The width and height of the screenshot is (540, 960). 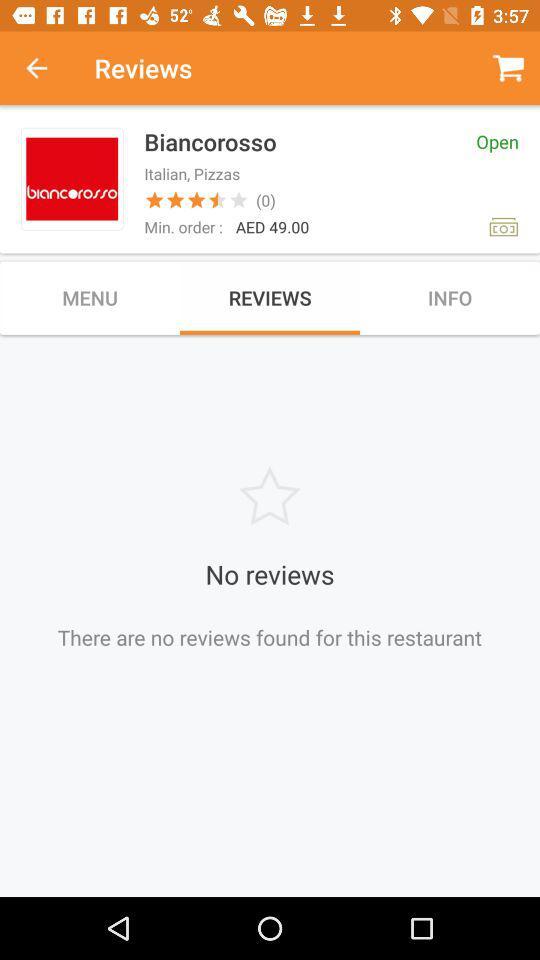 I want to click on return to the previous screen, so click(x=47, y=68).